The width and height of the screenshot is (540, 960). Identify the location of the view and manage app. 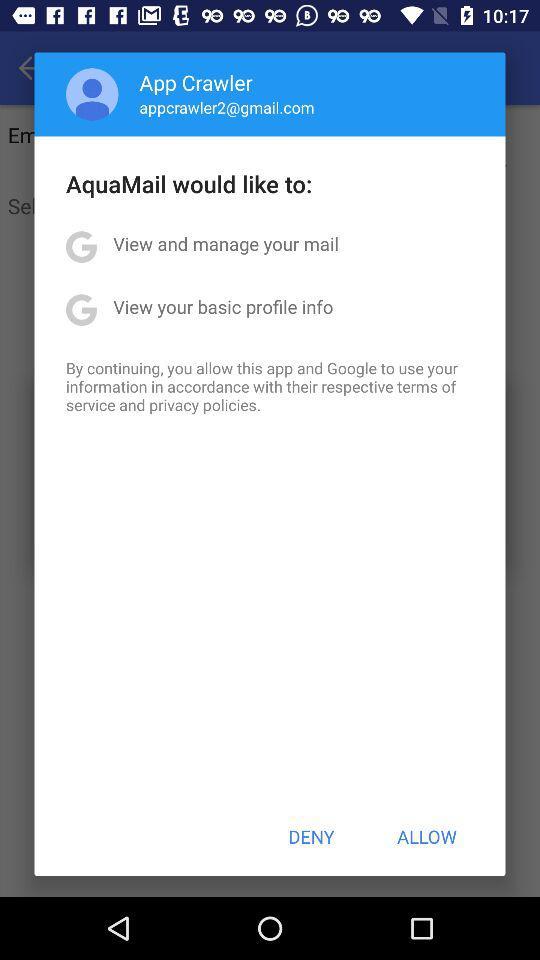
(225, 242).